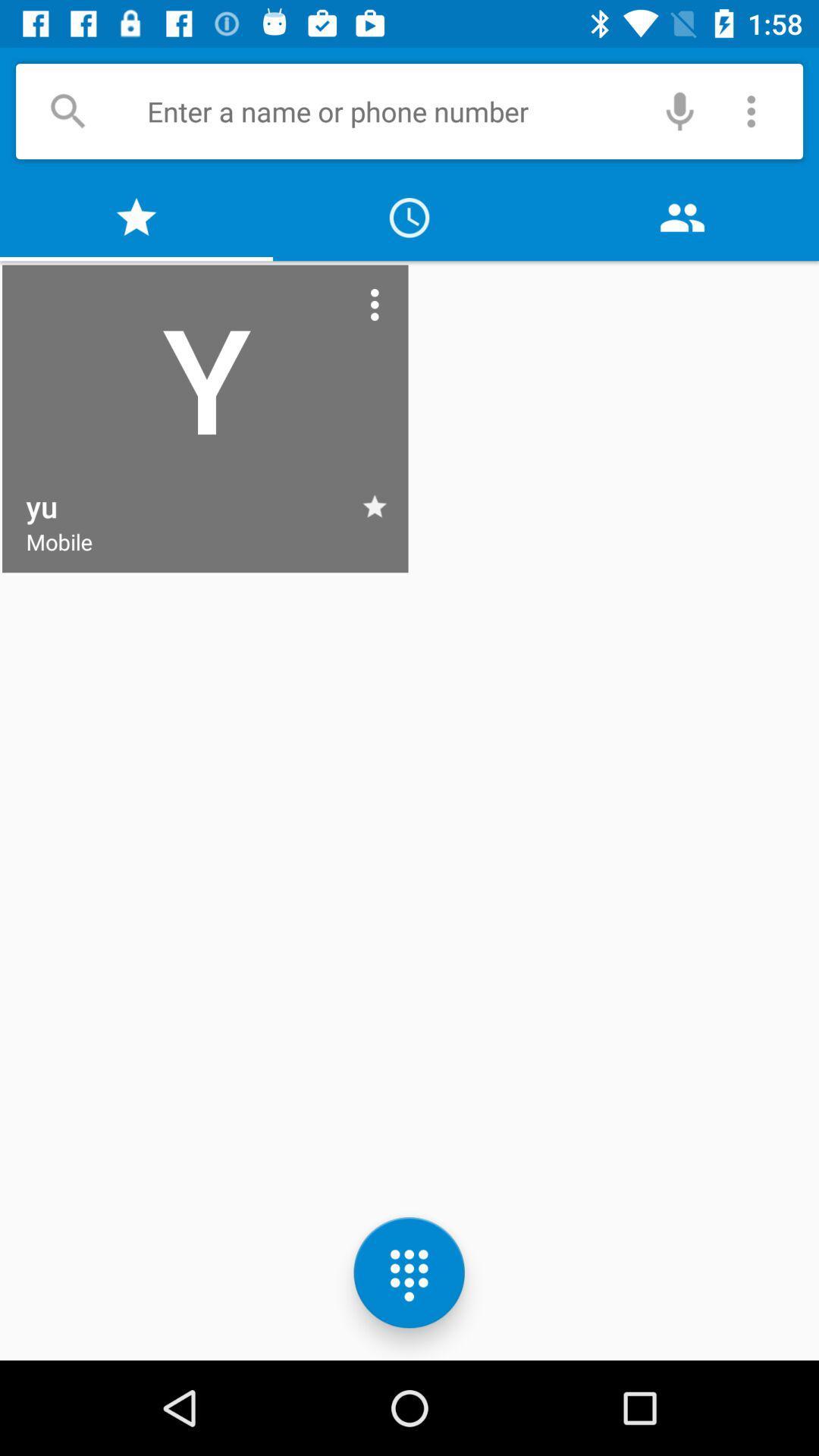 The height and width of the screenshot is (1456, 819). I want to click on the dialpad icon, so click(409, 1272).